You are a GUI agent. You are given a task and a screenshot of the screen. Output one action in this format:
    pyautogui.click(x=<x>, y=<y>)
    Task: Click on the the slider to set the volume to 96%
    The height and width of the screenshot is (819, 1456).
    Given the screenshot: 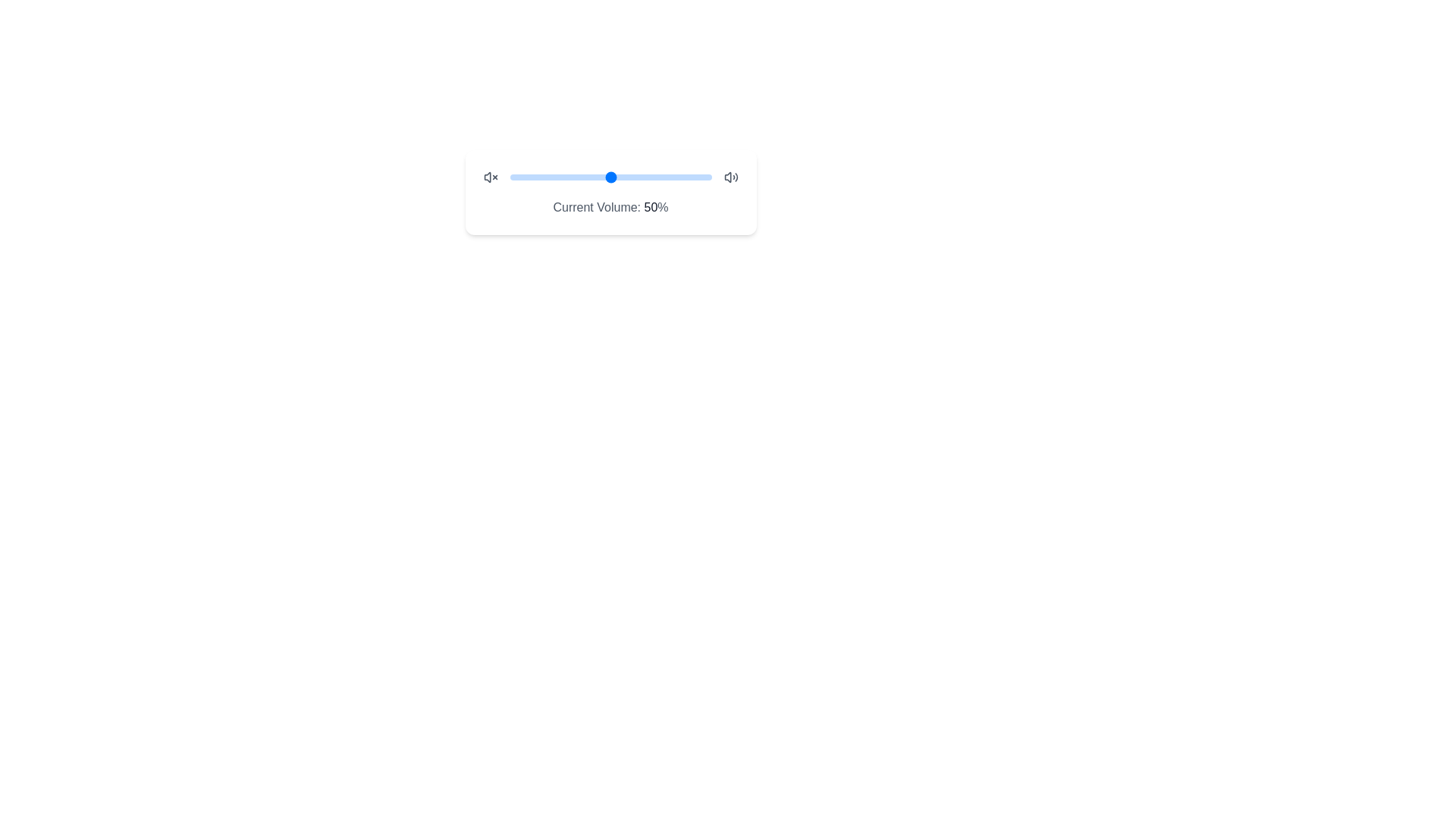 What is the action you would take?
    pyautogui.click(x=702, y=177)
    